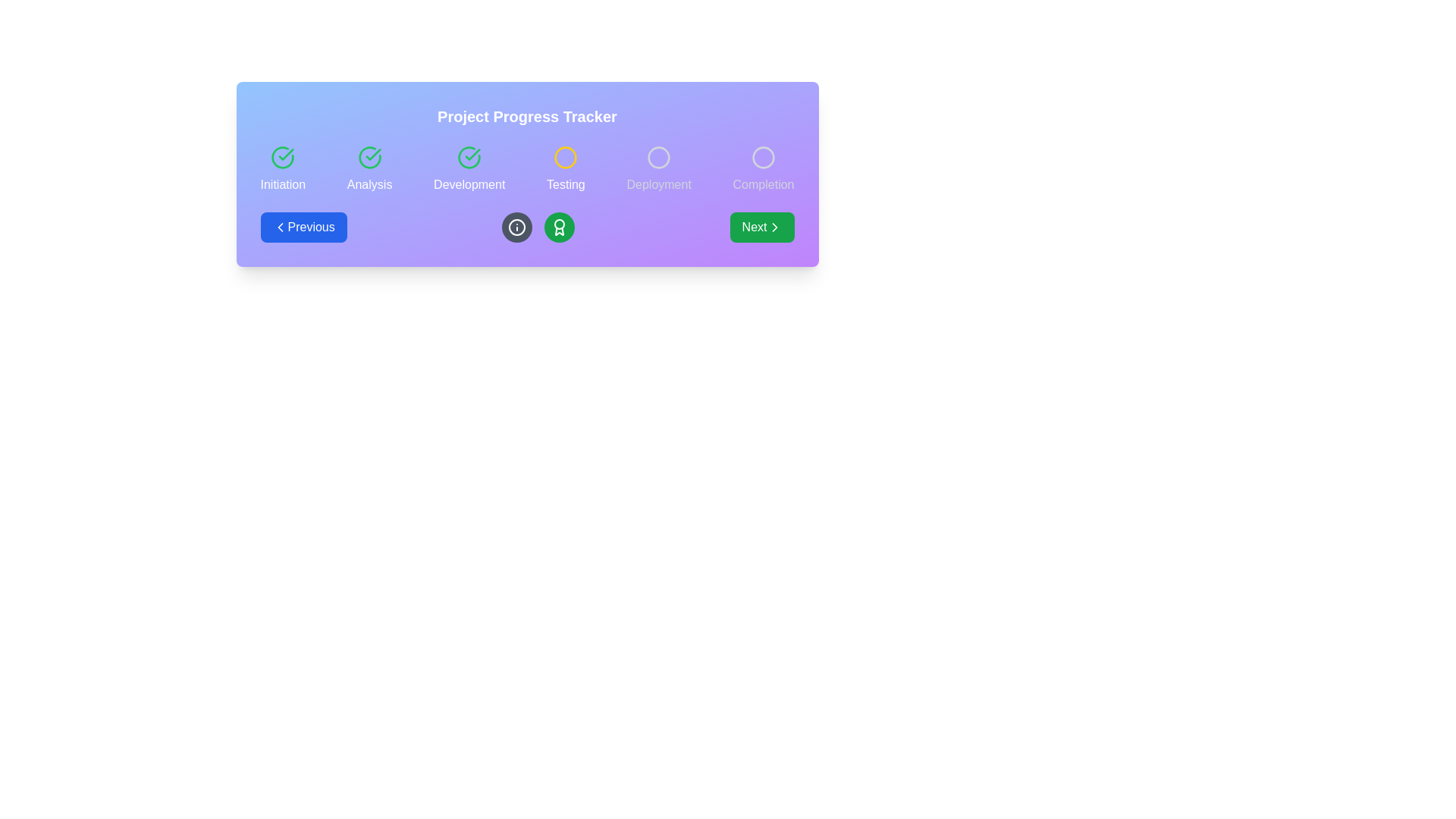  What do you see at coordinates (538, 227) in the screenshot?
I see `the green circular button with a white award ribbon icon, located centrally in the interface under the 'Testing' phase circle in the 'Project Progress Tracker' bar` at bounding box center [538, 227].